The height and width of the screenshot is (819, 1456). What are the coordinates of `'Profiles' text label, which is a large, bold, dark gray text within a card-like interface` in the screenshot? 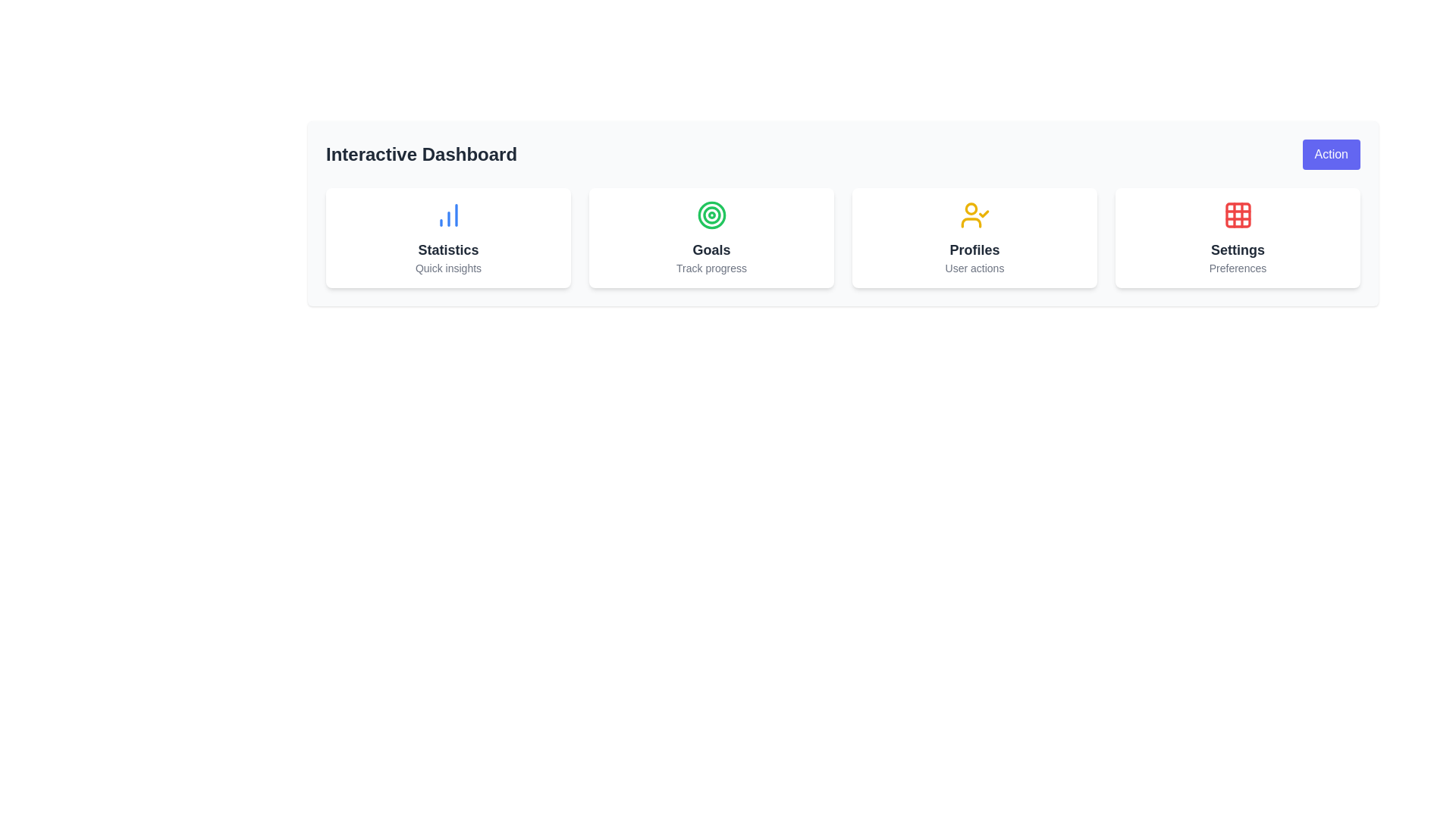 It's located at (974, 249).